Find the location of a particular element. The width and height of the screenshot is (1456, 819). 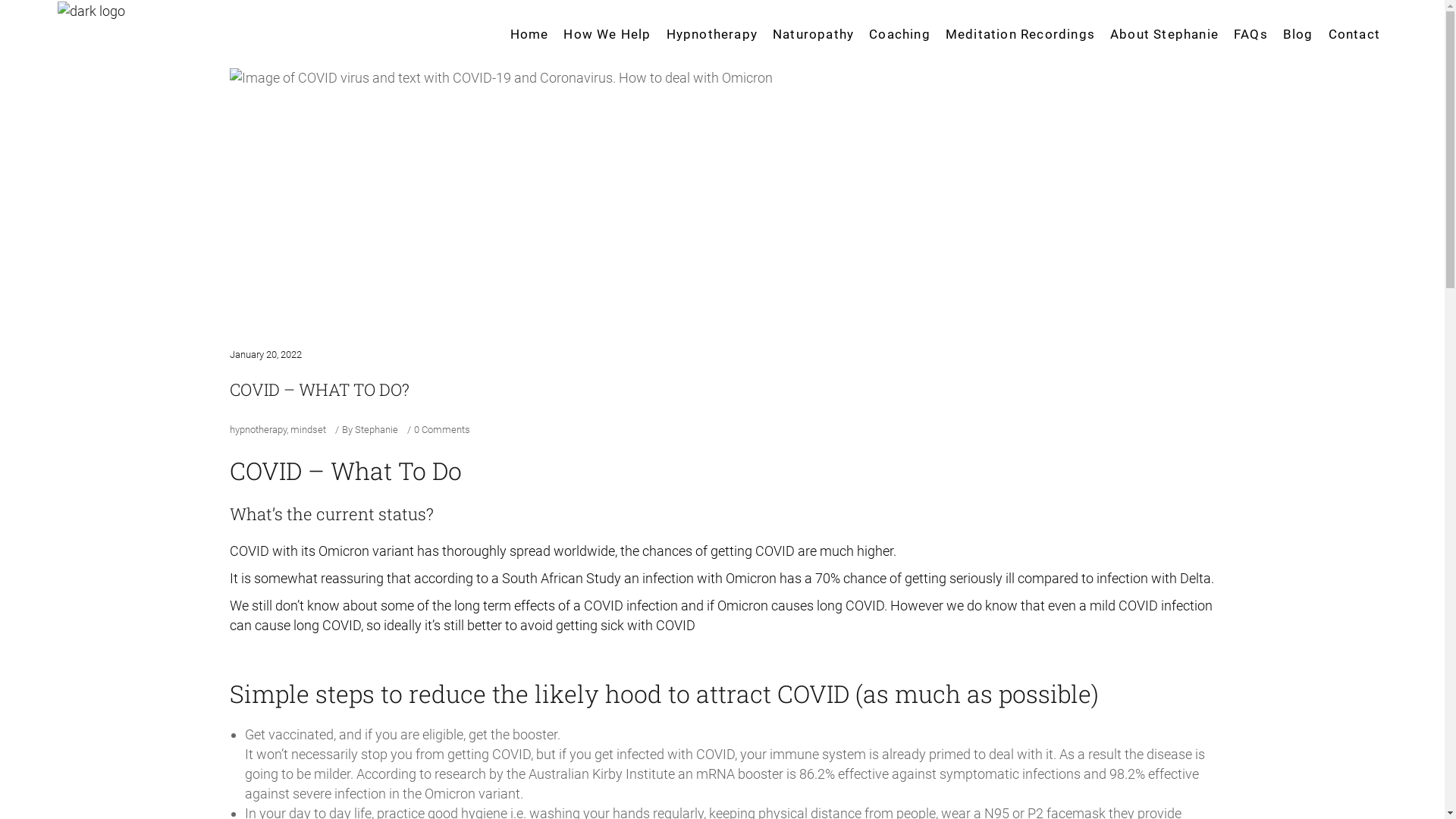

'Stephanie' is located at coordinates (376, 429).